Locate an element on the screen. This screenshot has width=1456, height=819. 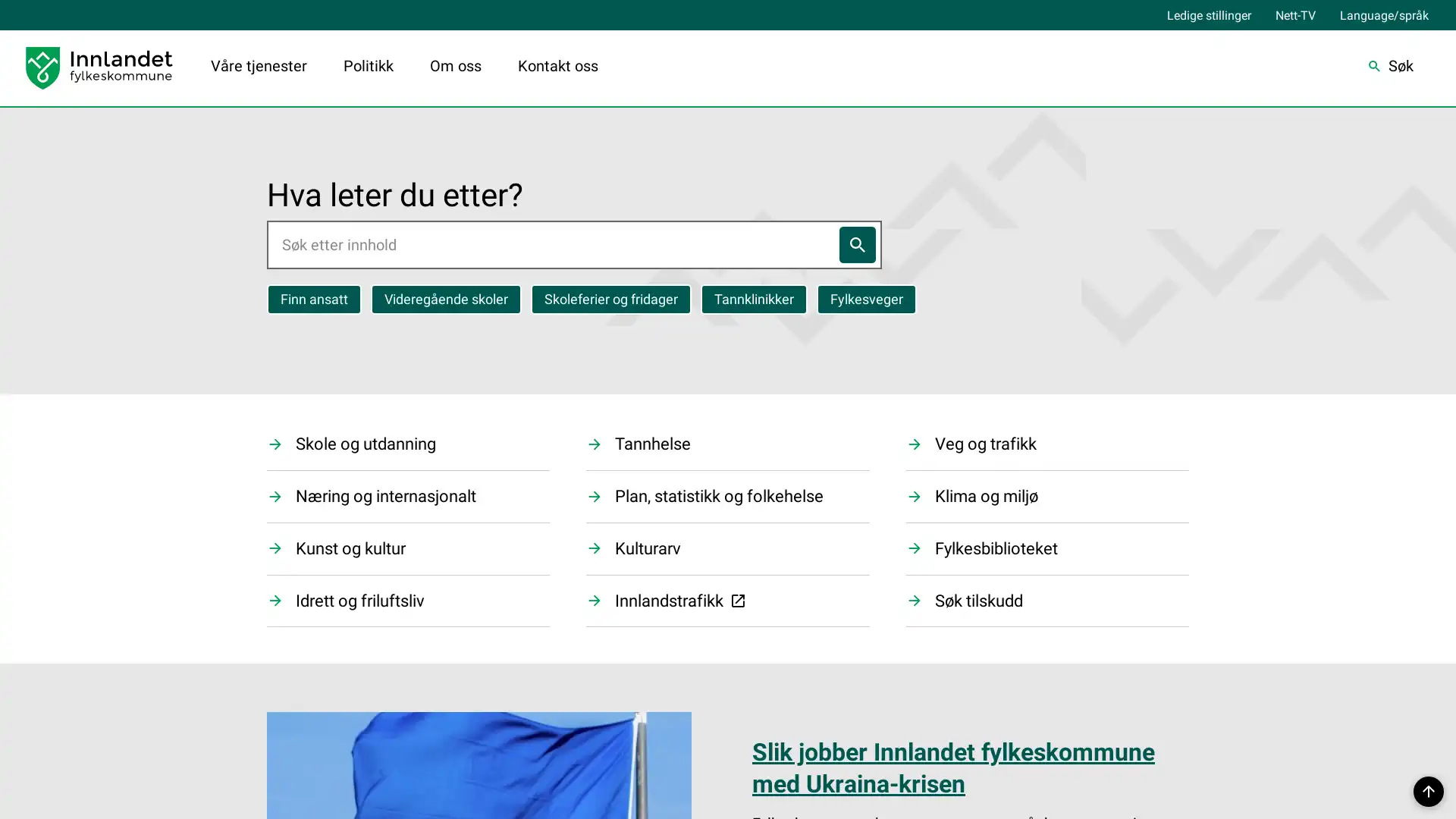
Sk is located at coordinates (1390, 67).